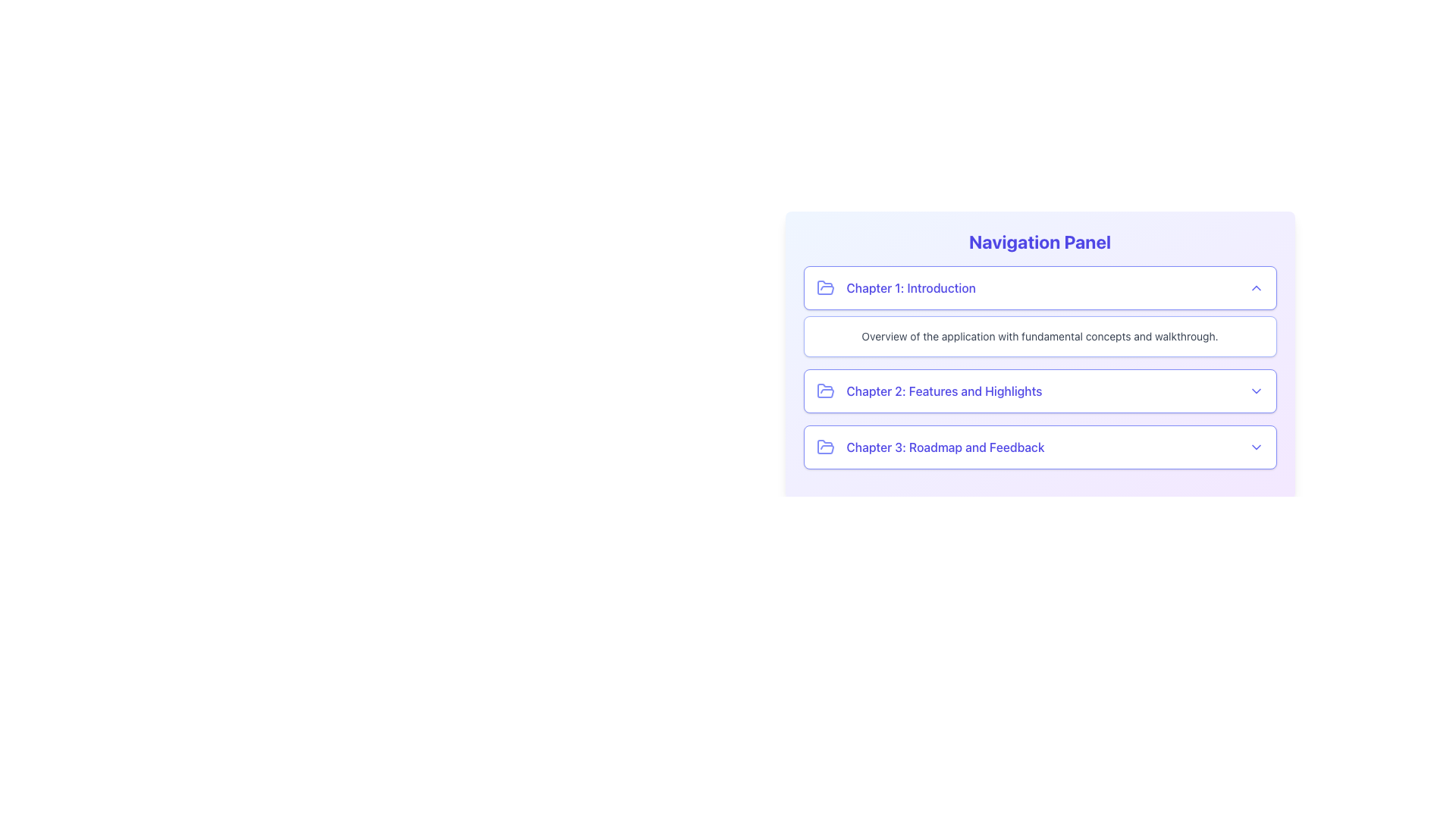 This screenshot has width=1456, height=819. I want to click on the open folder icon, which is styled with a rounded outline and indigo-blue stroke, located next to the label 'Chapter 2: Features and Highlights' in the navigation interface, so click(824, 391).